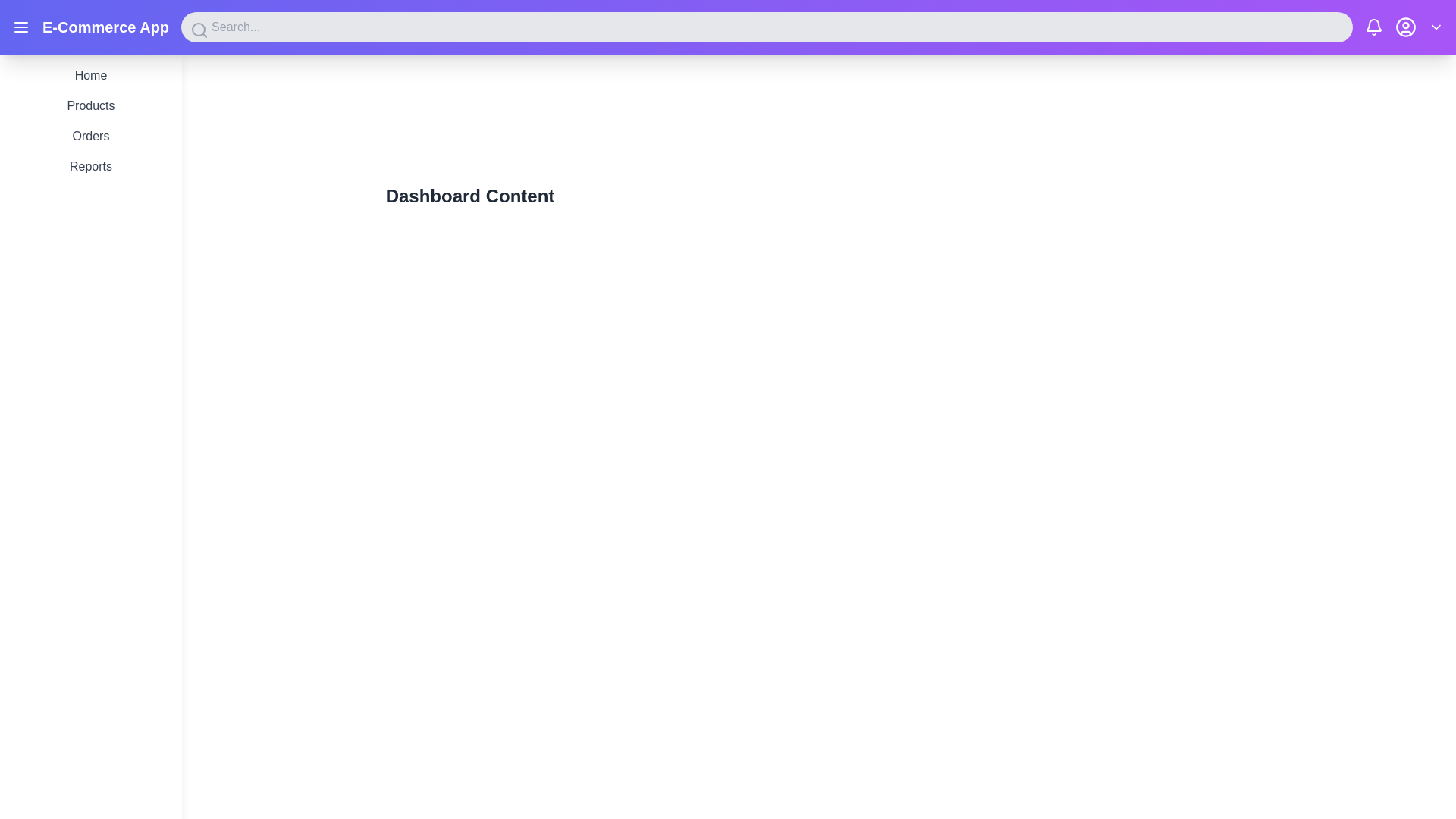  What do you see at coordinates (1404, 27) in the screenshot?
I see `the user profile icon button located in the header's right-hand section, which is the third icon from the right` at bounding box center [1404, 27].